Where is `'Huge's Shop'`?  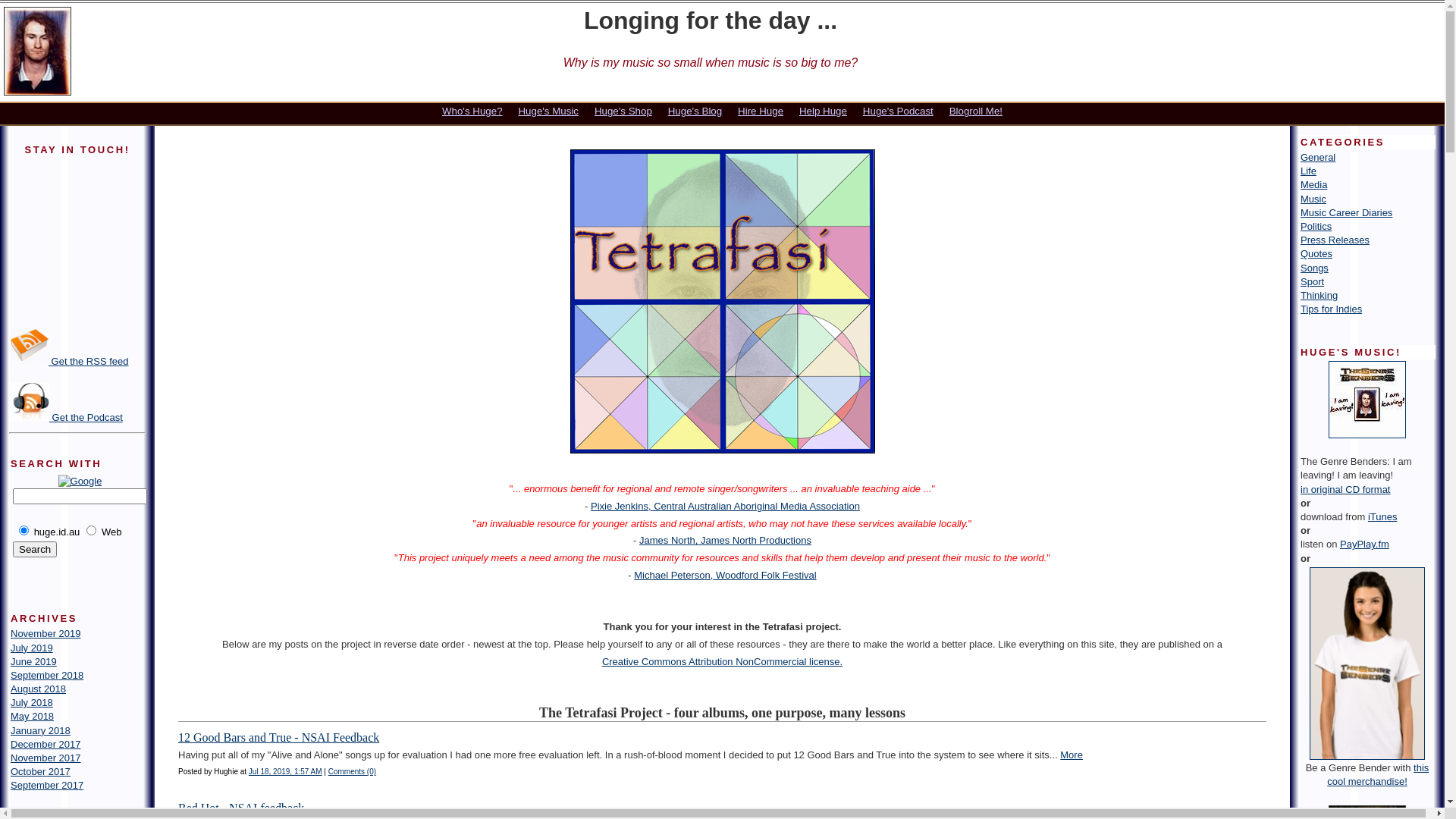
'Huge's Shop' is located at coordinates (623, 110).